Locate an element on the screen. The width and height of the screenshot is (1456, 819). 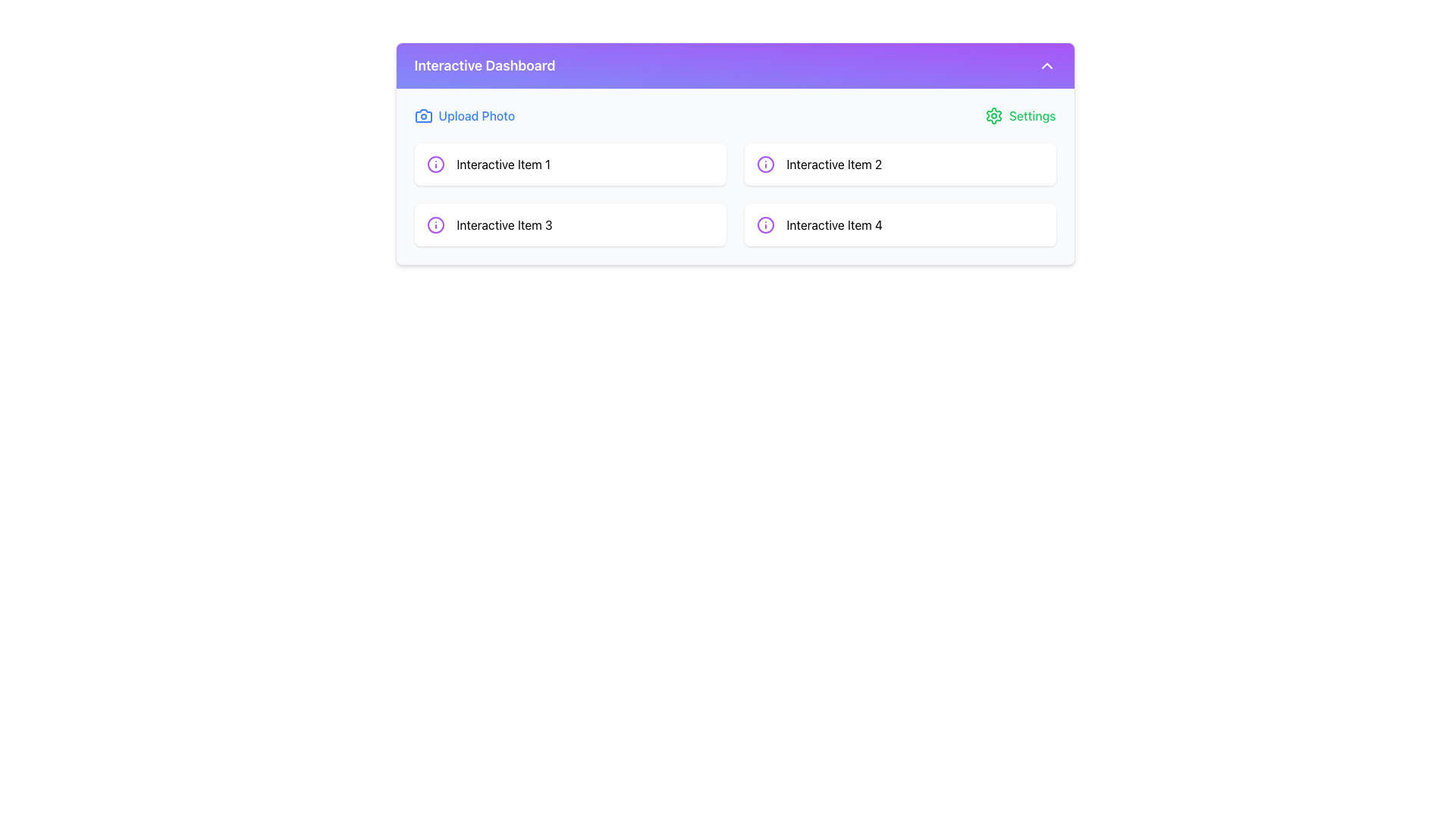
the informational UI component located in the first row, second column of the grid layout is located at coordinates (899, 164).